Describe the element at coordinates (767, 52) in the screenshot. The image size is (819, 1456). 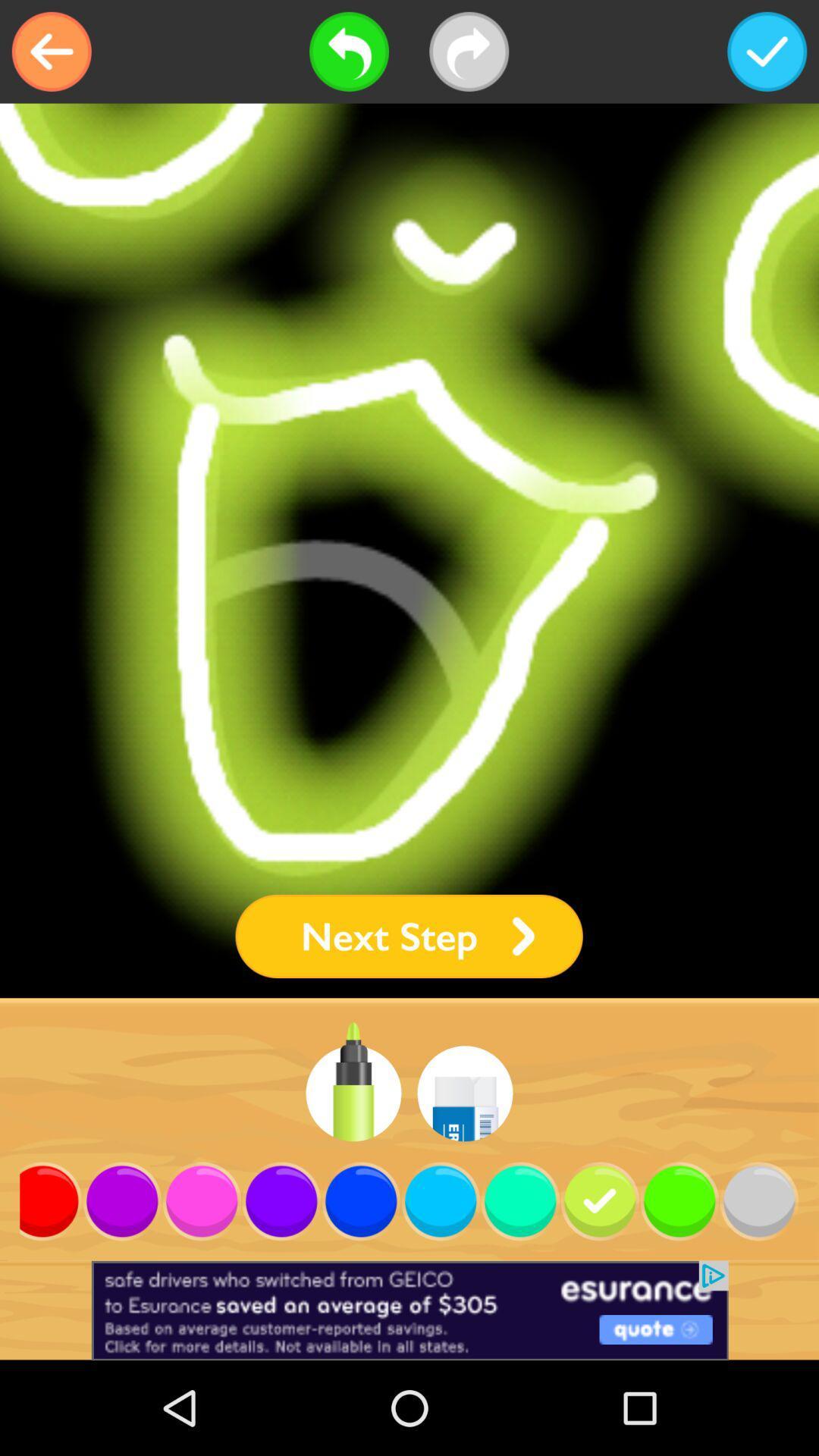
I see `finish` at that location.